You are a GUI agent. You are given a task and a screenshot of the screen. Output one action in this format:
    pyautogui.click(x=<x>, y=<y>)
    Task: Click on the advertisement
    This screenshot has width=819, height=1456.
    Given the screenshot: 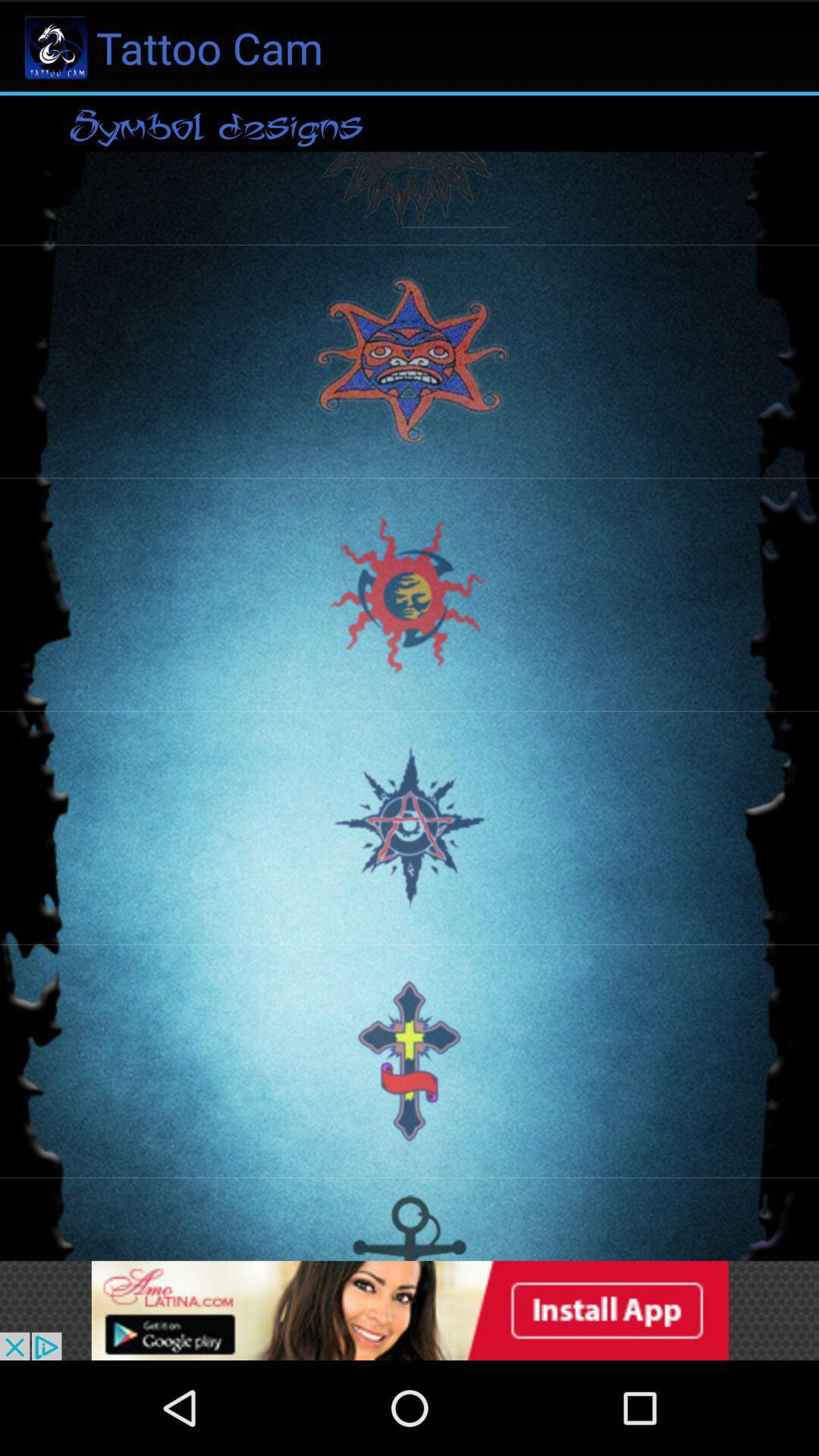 What is the action you would take?
    pyautogui.click(x=409, y=1310)
    